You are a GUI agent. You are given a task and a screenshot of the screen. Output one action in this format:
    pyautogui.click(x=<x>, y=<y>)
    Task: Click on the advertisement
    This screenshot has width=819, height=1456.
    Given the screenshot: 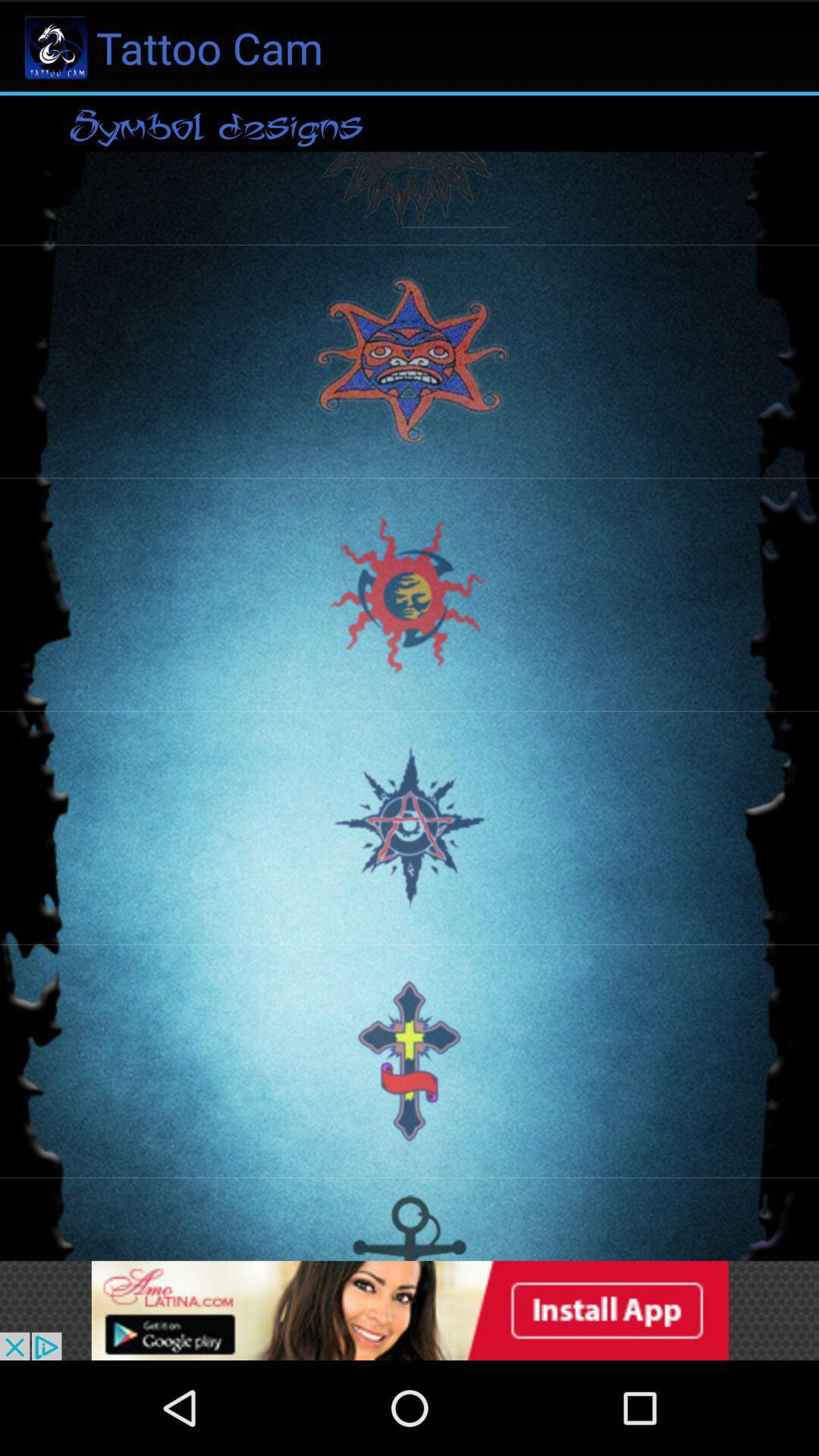 What is the action you would take?
    pyautogui.click(x=409, y=1310)
    